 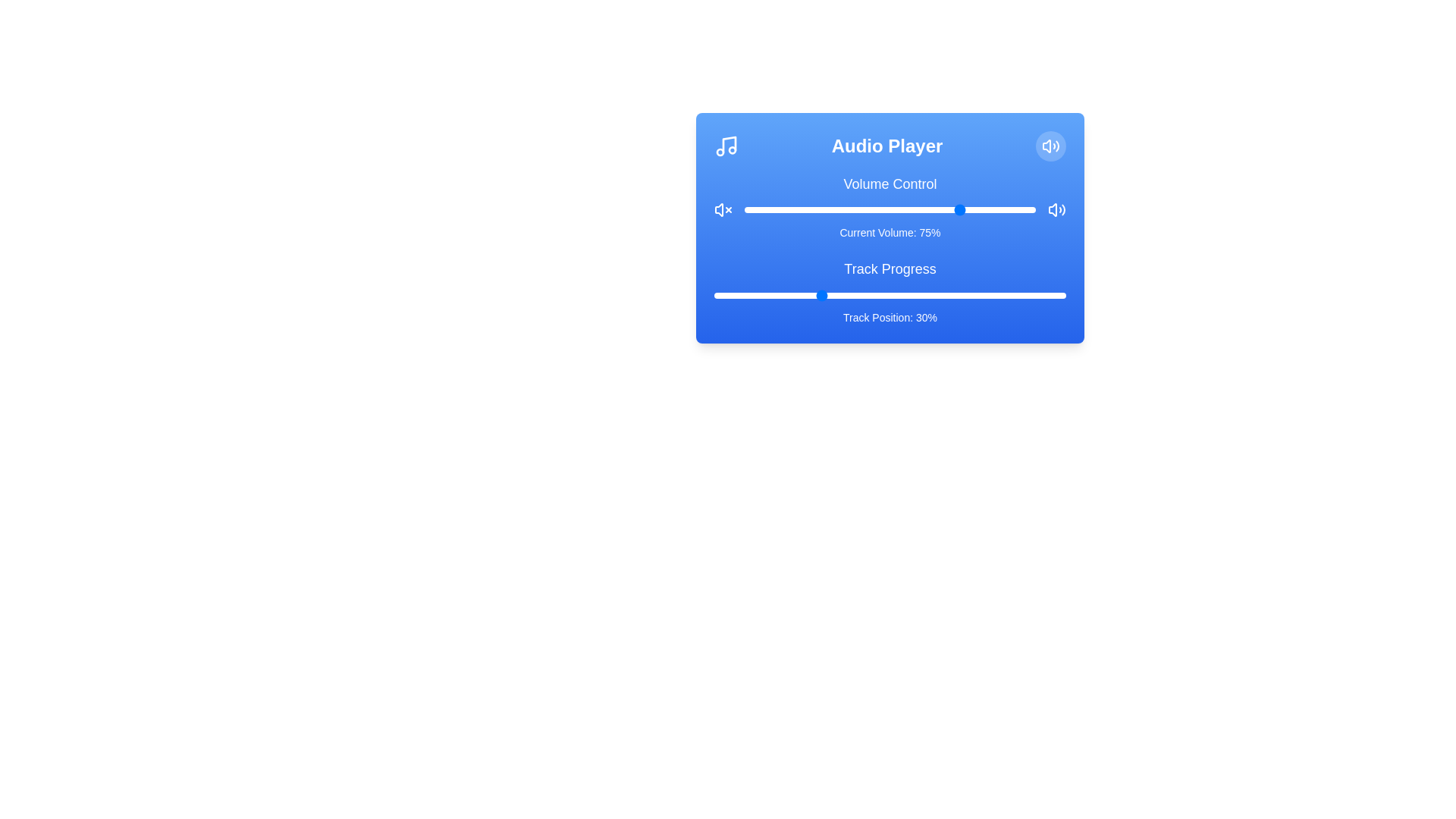 I want to click on the 'Track Progress' label, which is a prominently styled text element located centrally within a blue card-like interface, so click(x=890, y=268).